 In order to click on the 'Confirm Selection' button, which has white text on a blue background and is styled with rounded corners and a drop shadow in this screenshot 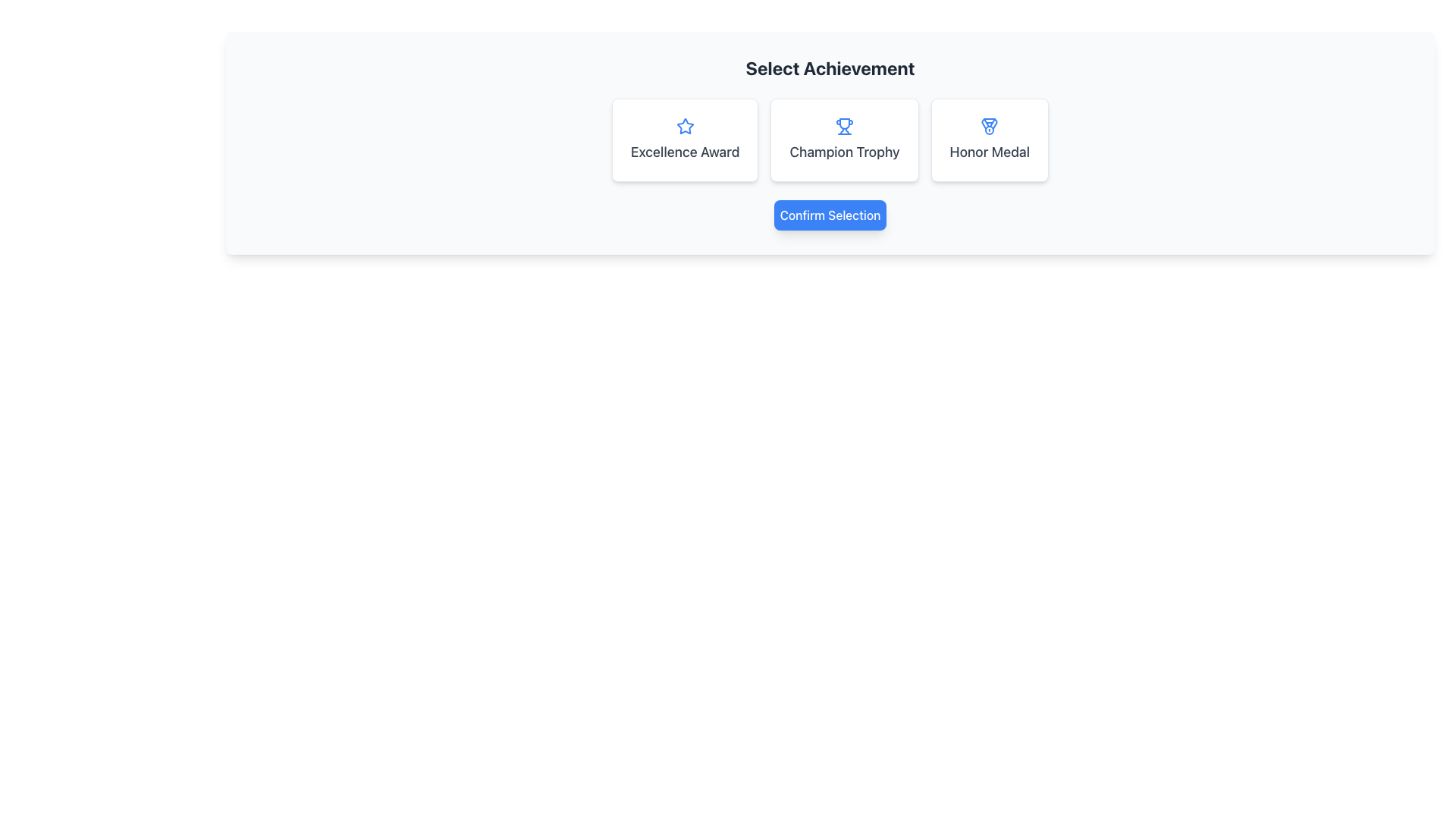, I will do `click(829, 215)`.